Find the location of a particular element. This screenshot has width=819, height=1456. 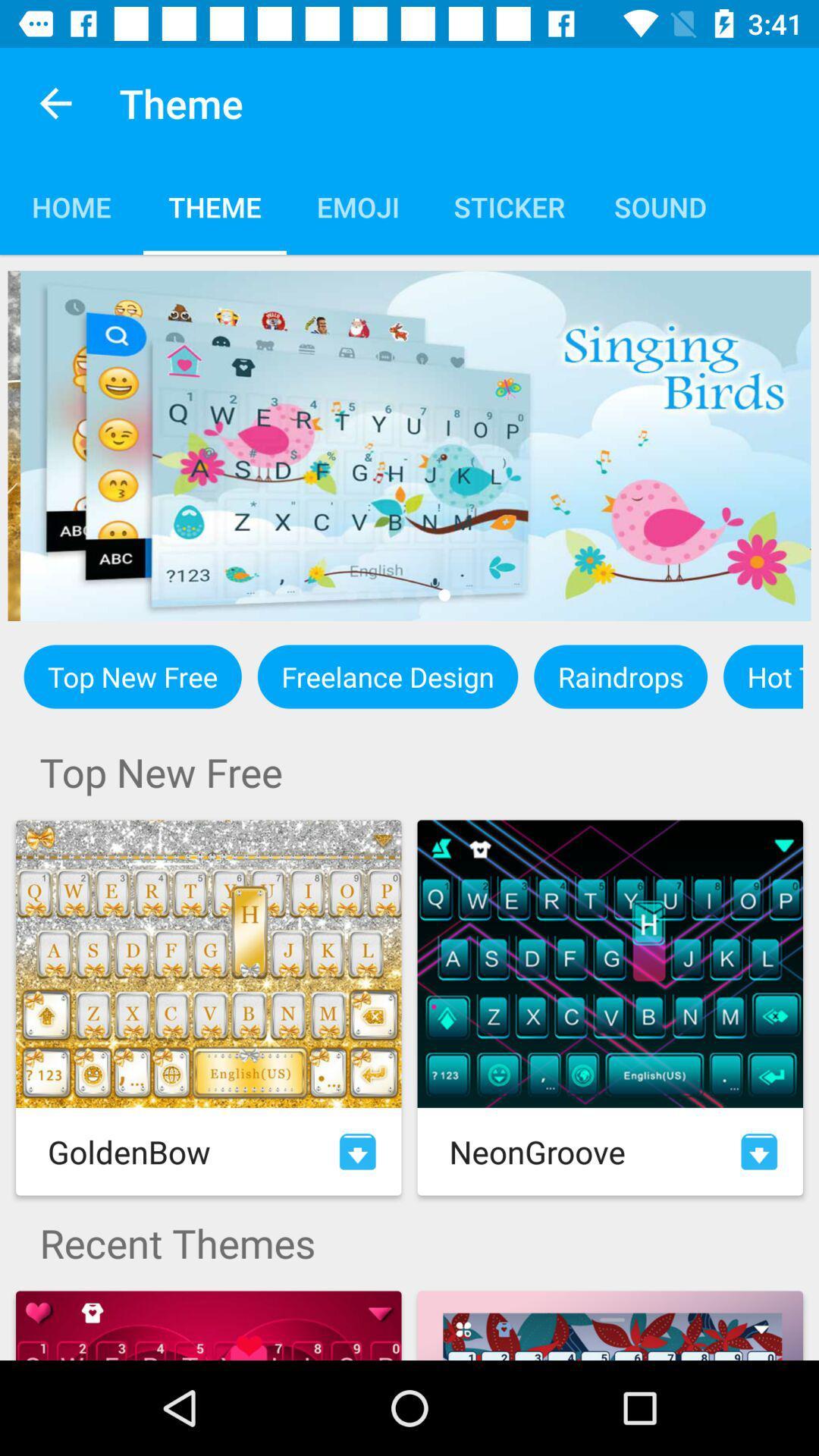

download theme is located at coordinates (759, 1151).